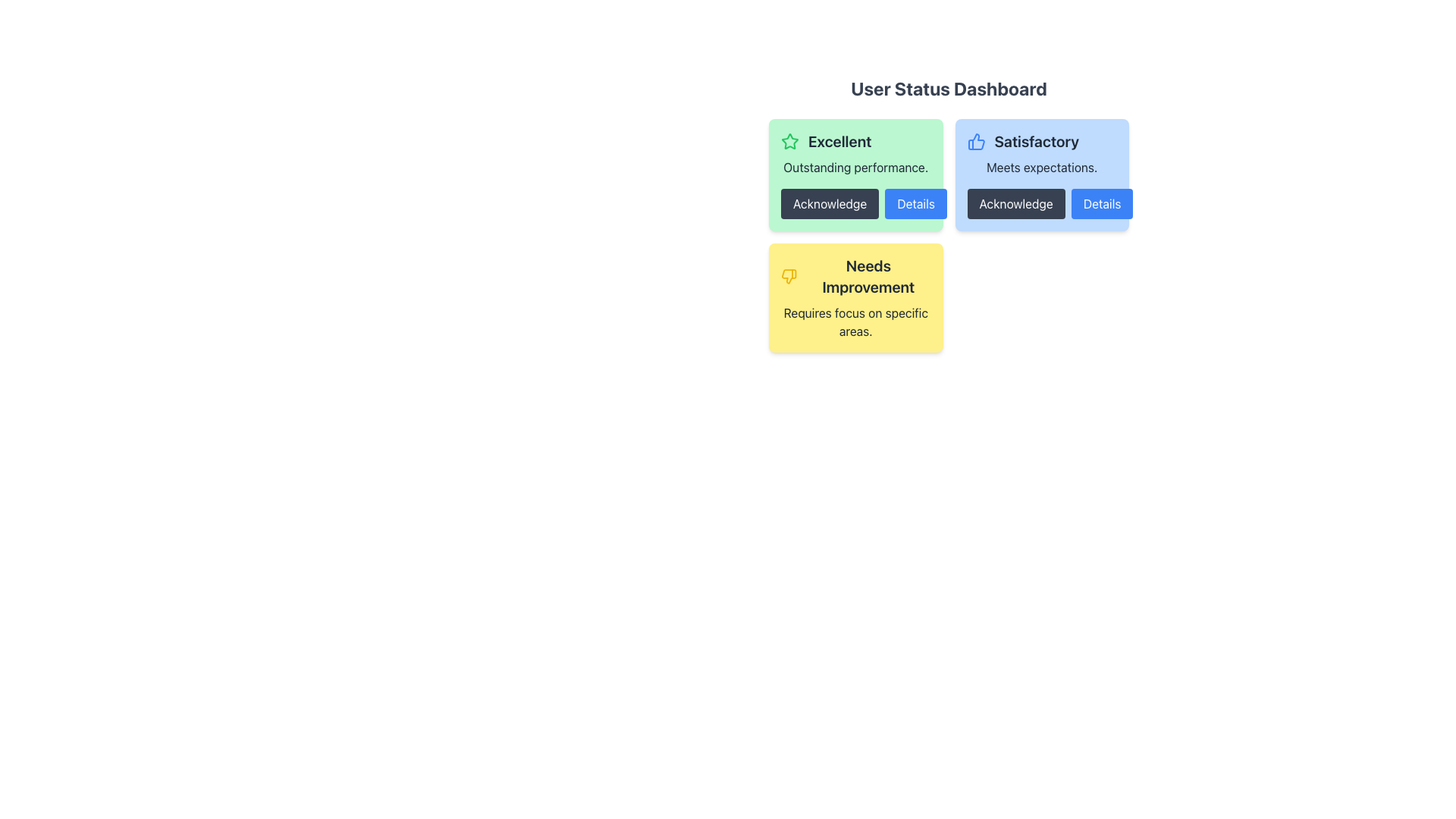  Describe the element at coordinates (789, 277) in the screenshot. I see `the 'Needs Improvement' icon located at the top left of the yellow card` at that location.